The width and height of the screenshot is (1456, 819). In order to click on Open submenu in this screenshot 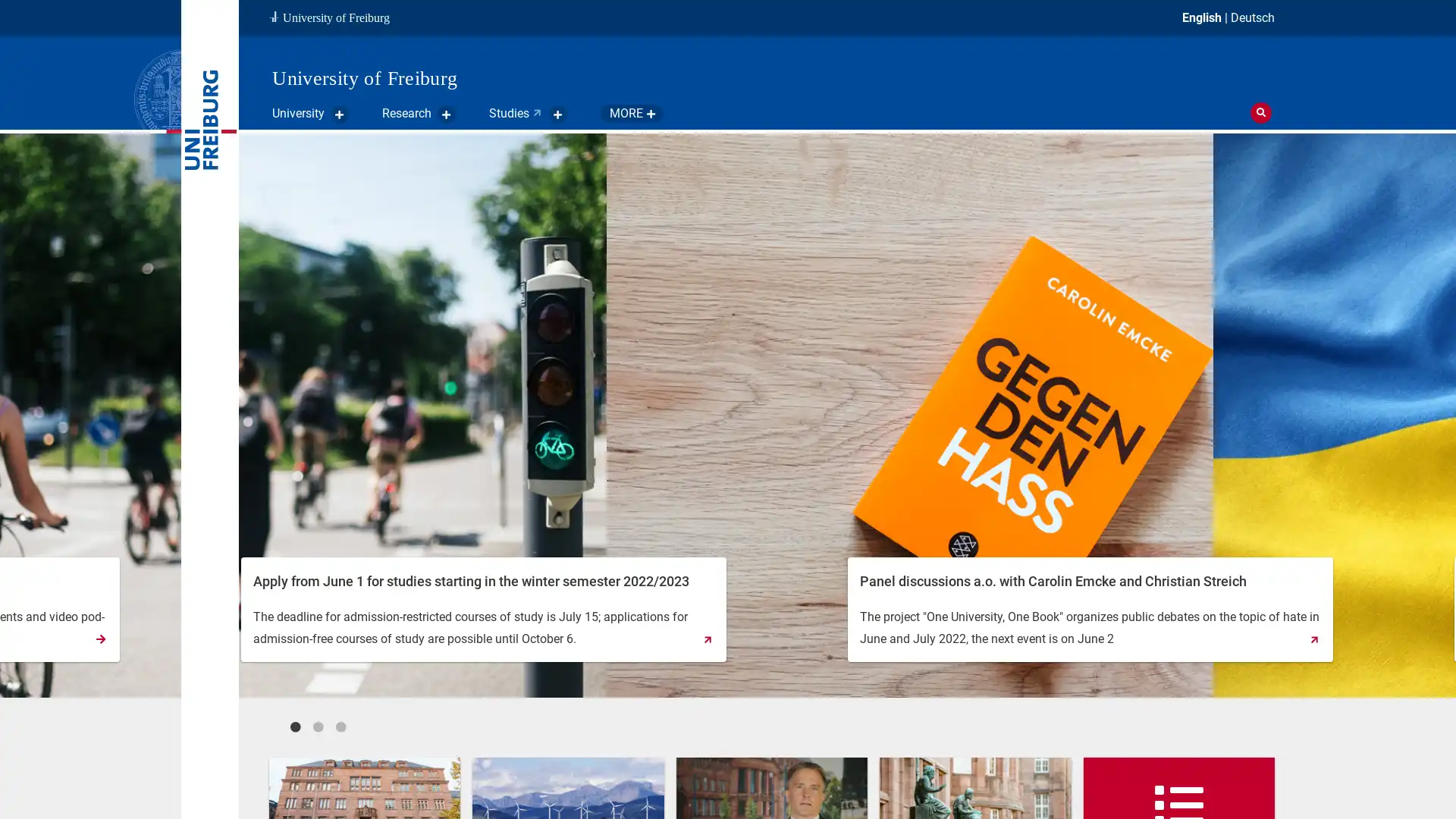, I will do `click(687, 113)`.